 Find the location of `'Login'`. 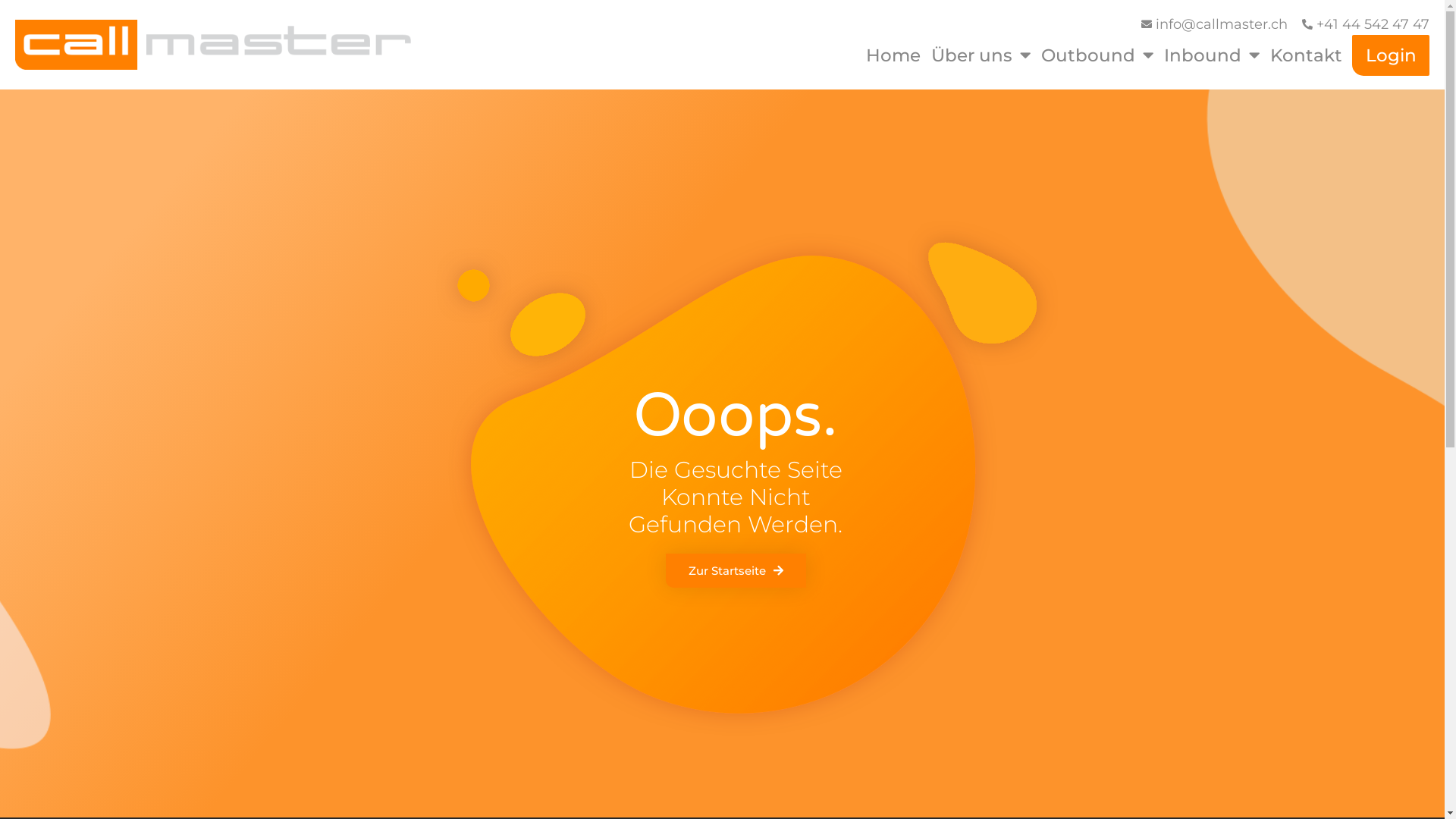

'Login' is located at coordinates (1391, 55).